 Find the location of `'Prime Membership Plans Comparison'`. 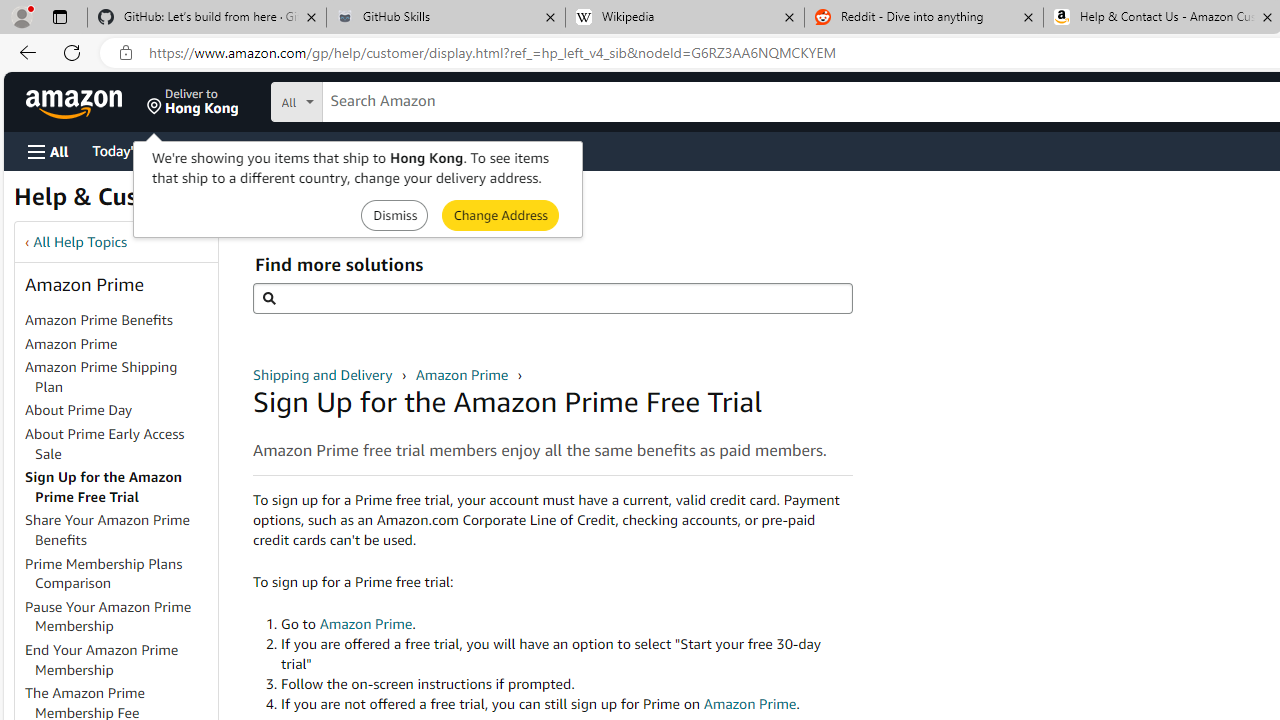

'Prime Membership Plans Comparison' is located at coordinates (103, 573).